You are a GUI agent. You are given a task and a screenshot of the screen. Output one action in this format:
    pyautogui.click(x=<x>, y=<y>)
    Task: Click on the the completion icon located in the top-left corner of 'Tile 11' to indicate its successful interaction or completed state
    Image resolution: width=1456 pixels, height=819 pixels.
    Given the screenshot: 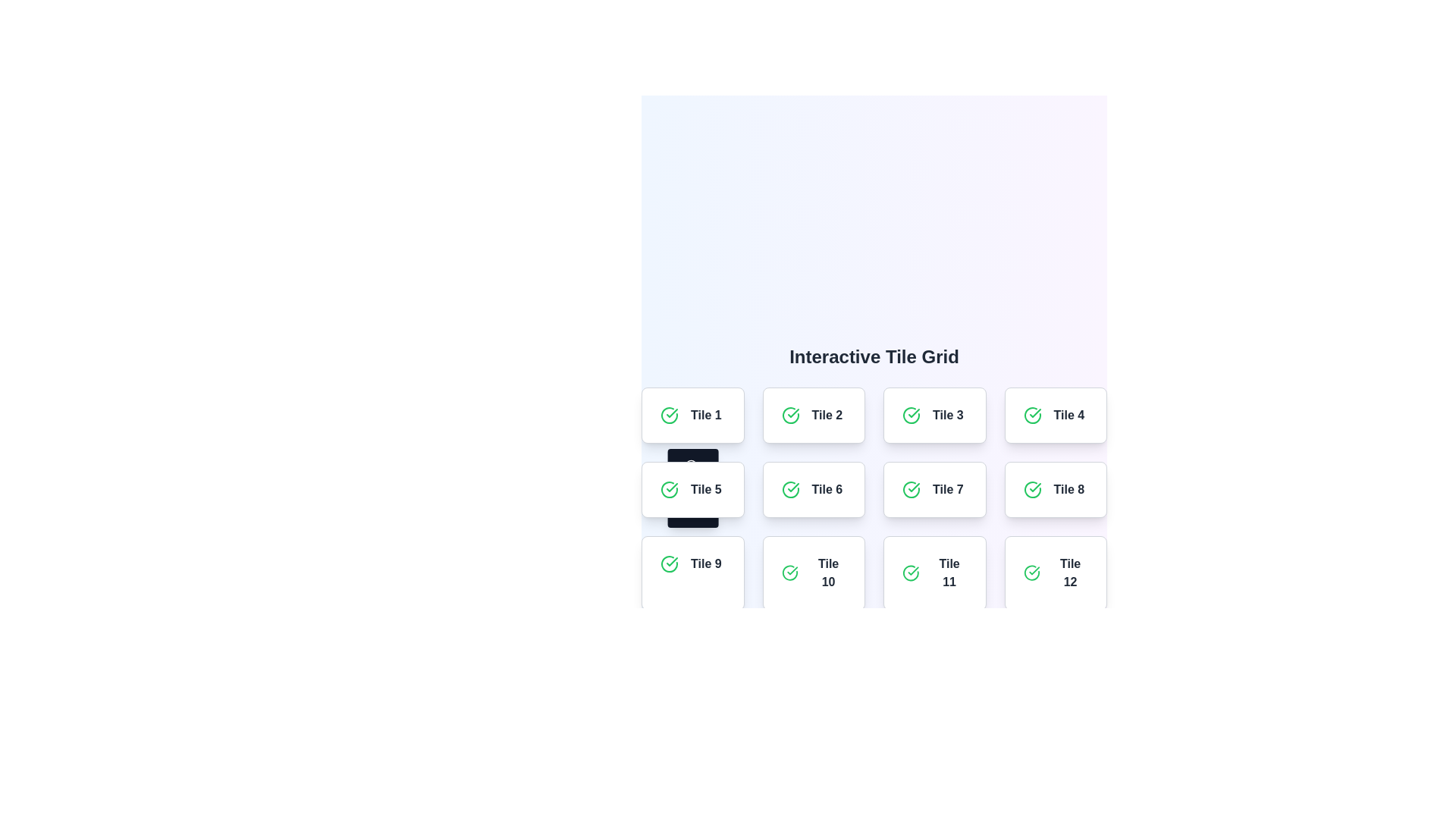 What is the action you would take?
    pyautogui.click(x=910, y=573)
    